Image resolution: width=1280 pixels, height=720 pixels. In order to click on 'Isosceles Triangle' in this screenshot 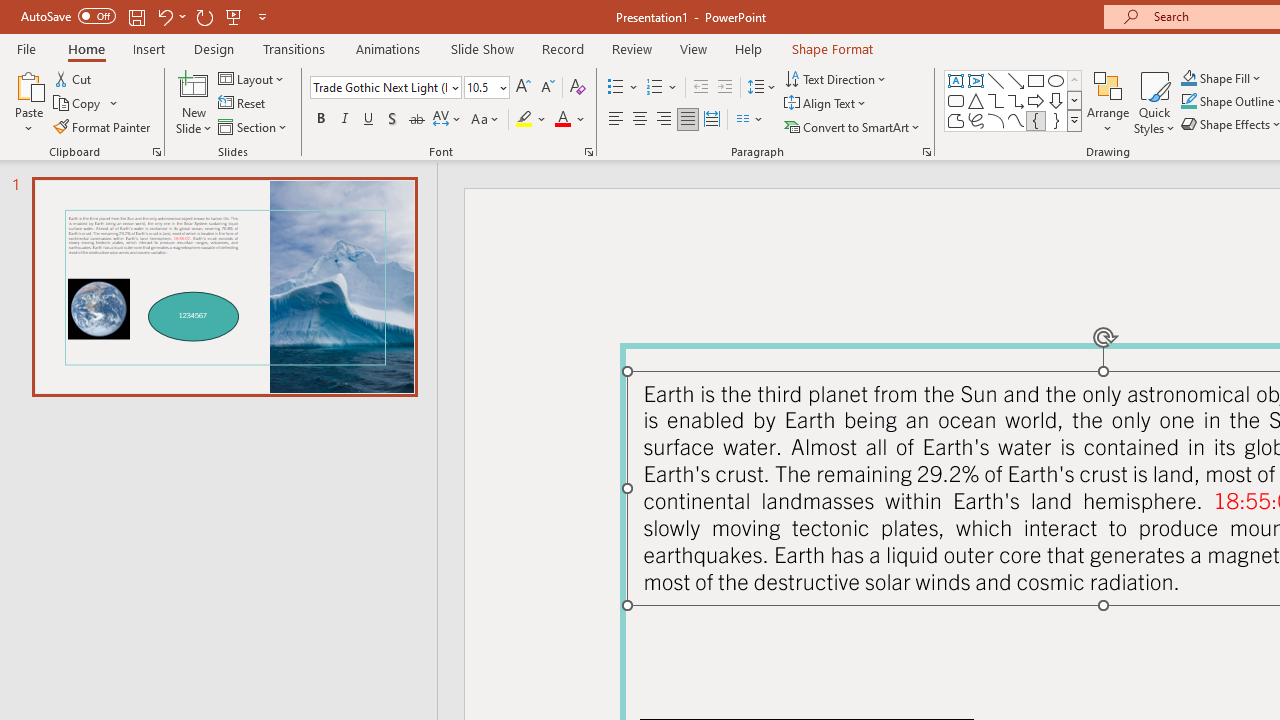, I will do `click(976, 100)`.